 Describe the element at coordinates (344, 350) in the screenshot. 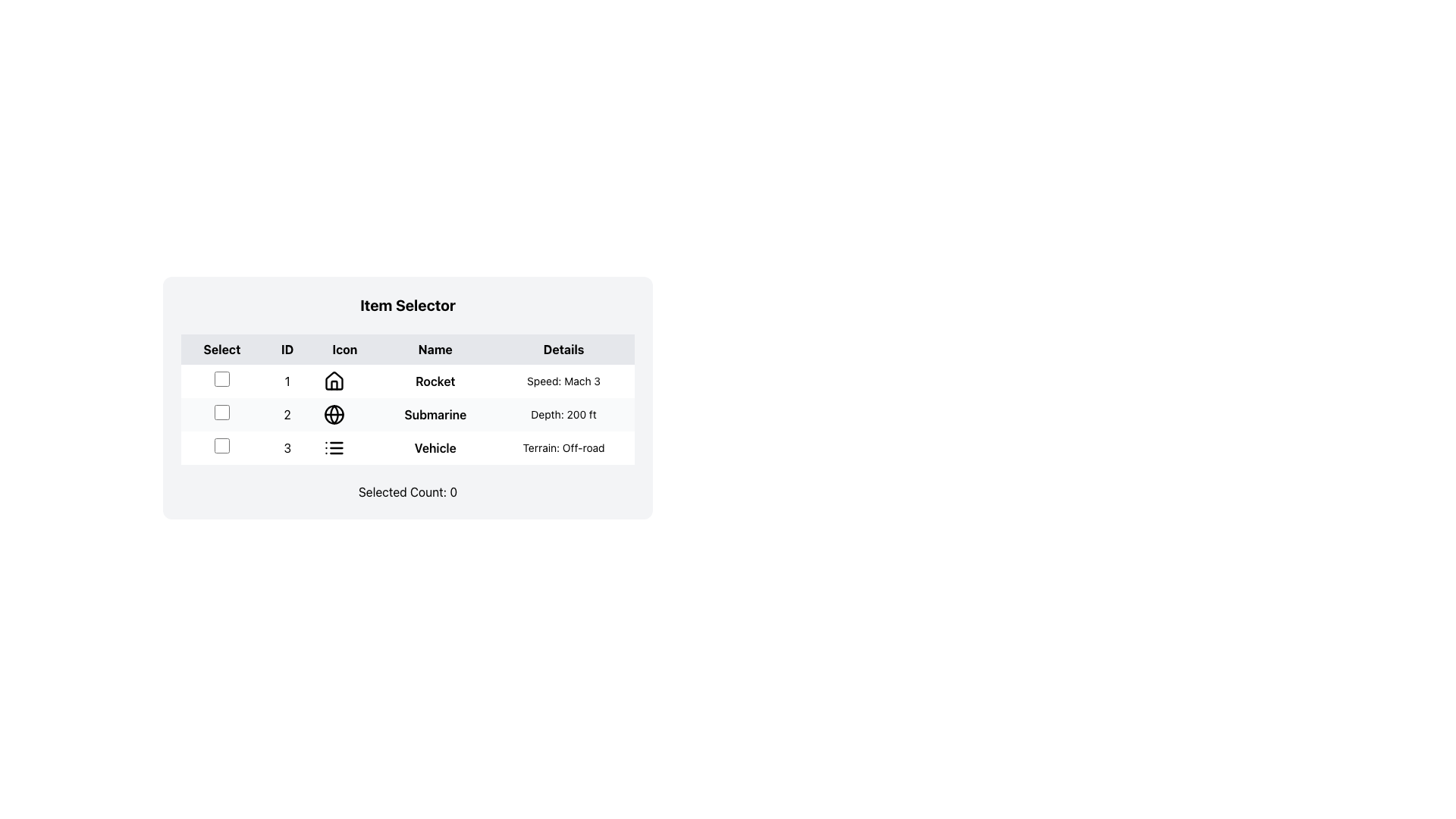

I see `the 'Icon' column header in the 'Item Selector' table, which is located in the third column between 'ID' and 'Name'` at that location.